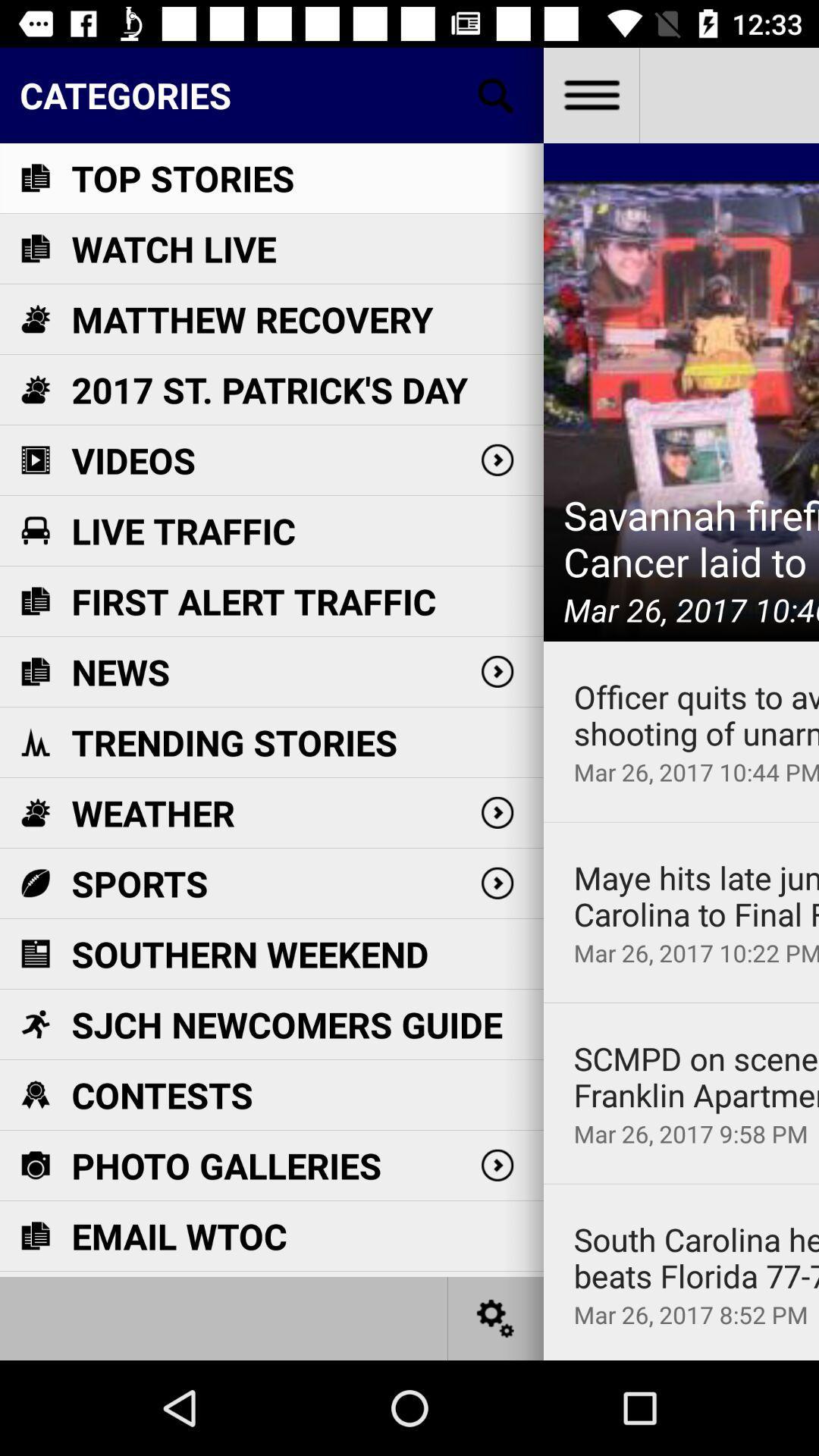 The image size is (819, 1456). I want to click on the menu icon, so click(590, 94).